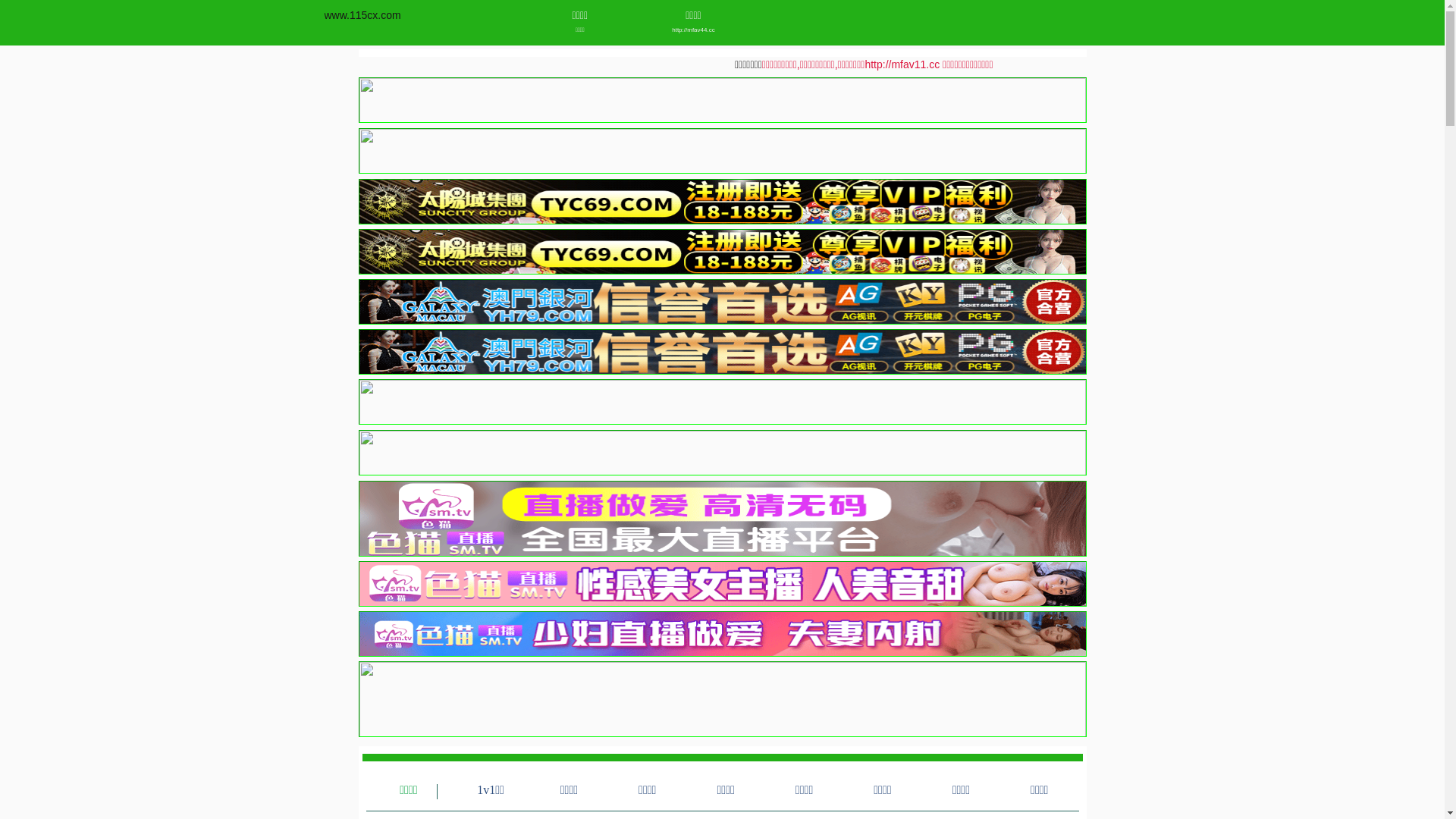  What do you see at coordinates (362, 14) in the screenshot?
I see `'www.115cx.com'` at bounding box center [362, 14].